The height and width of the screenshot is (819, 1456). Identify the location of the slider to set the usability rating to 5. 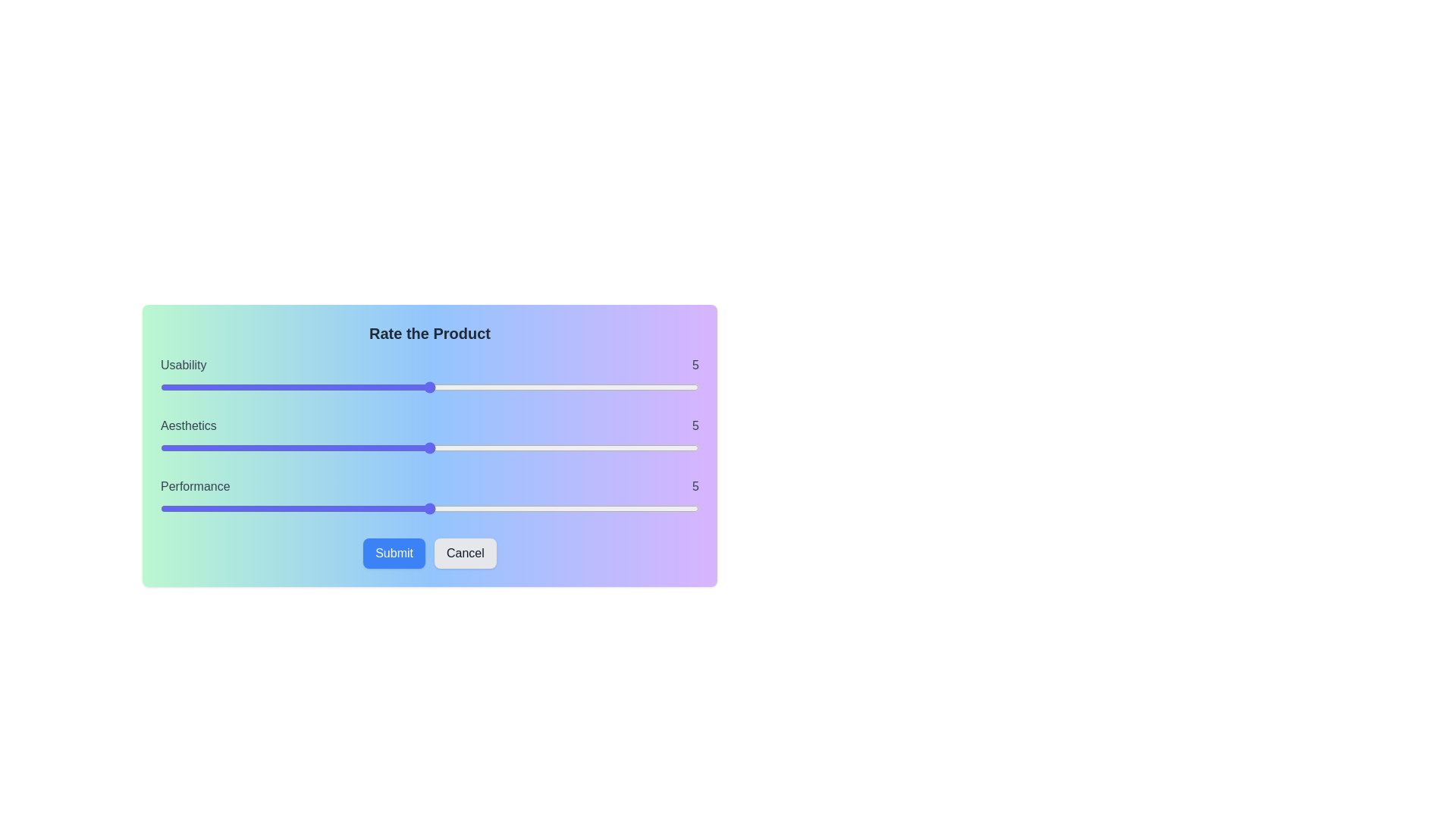
(428, 386).